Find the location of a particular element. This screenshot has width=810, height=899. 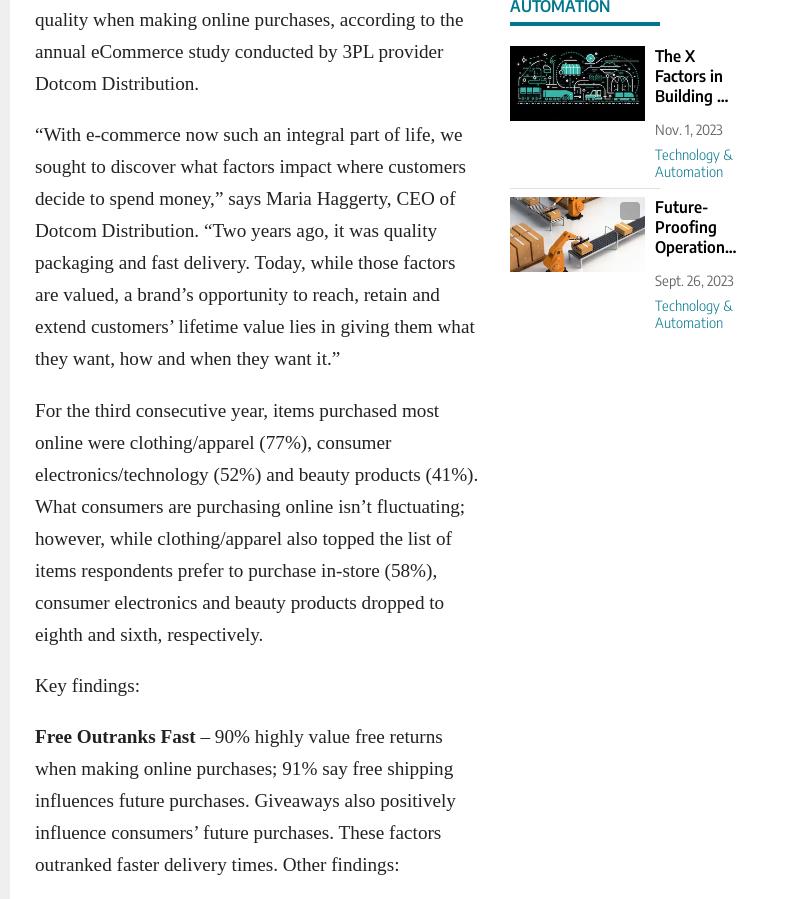

'Sept. 26, 2023' is located at coordinates (692, 280).